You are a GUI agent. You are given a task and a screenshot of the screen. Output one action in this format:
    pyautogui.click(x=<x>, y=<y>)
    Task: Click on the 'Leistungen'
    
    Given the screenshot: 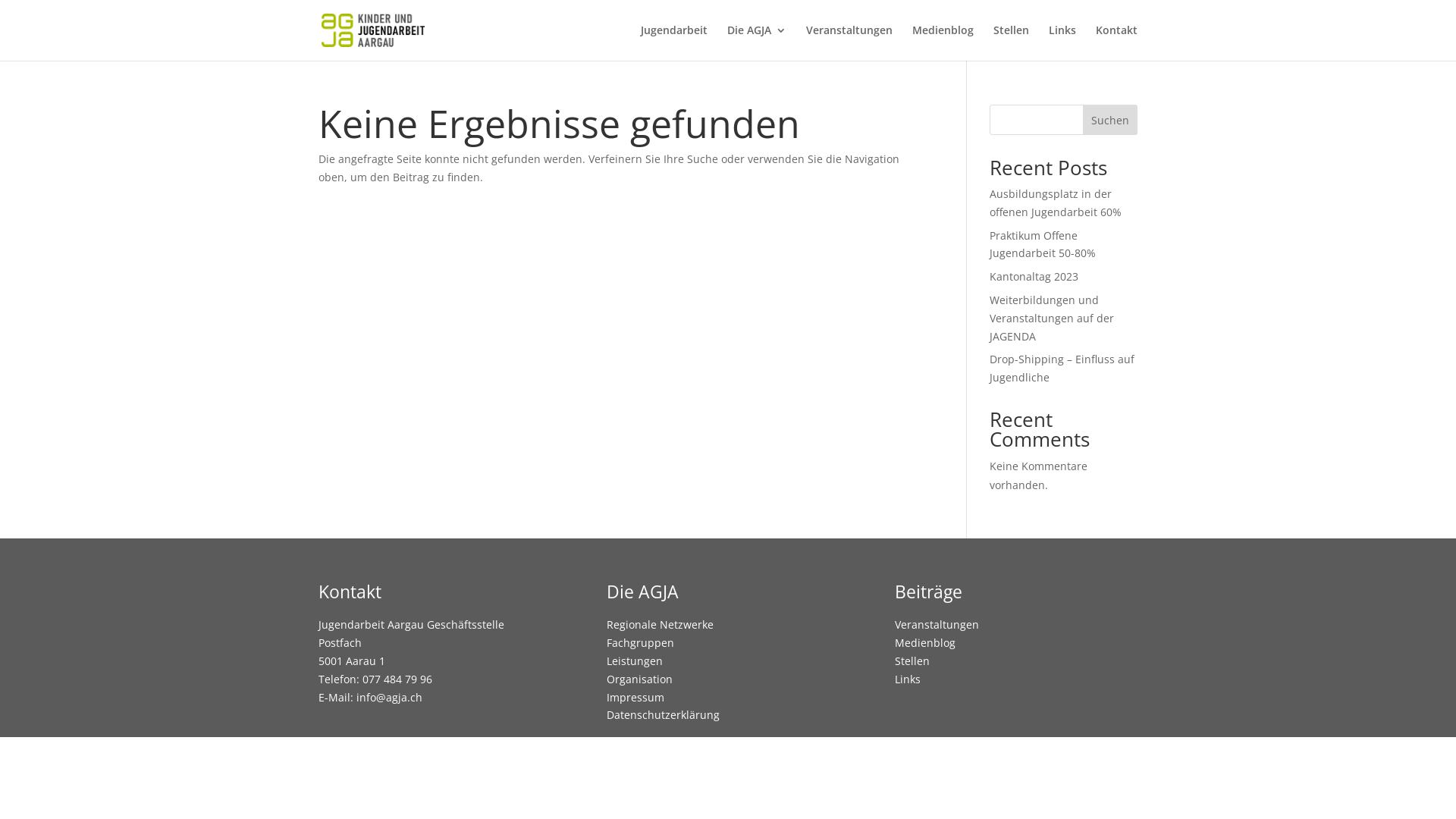 What is the action you would take?
    pyautogui.click(x=607, y=660)
    